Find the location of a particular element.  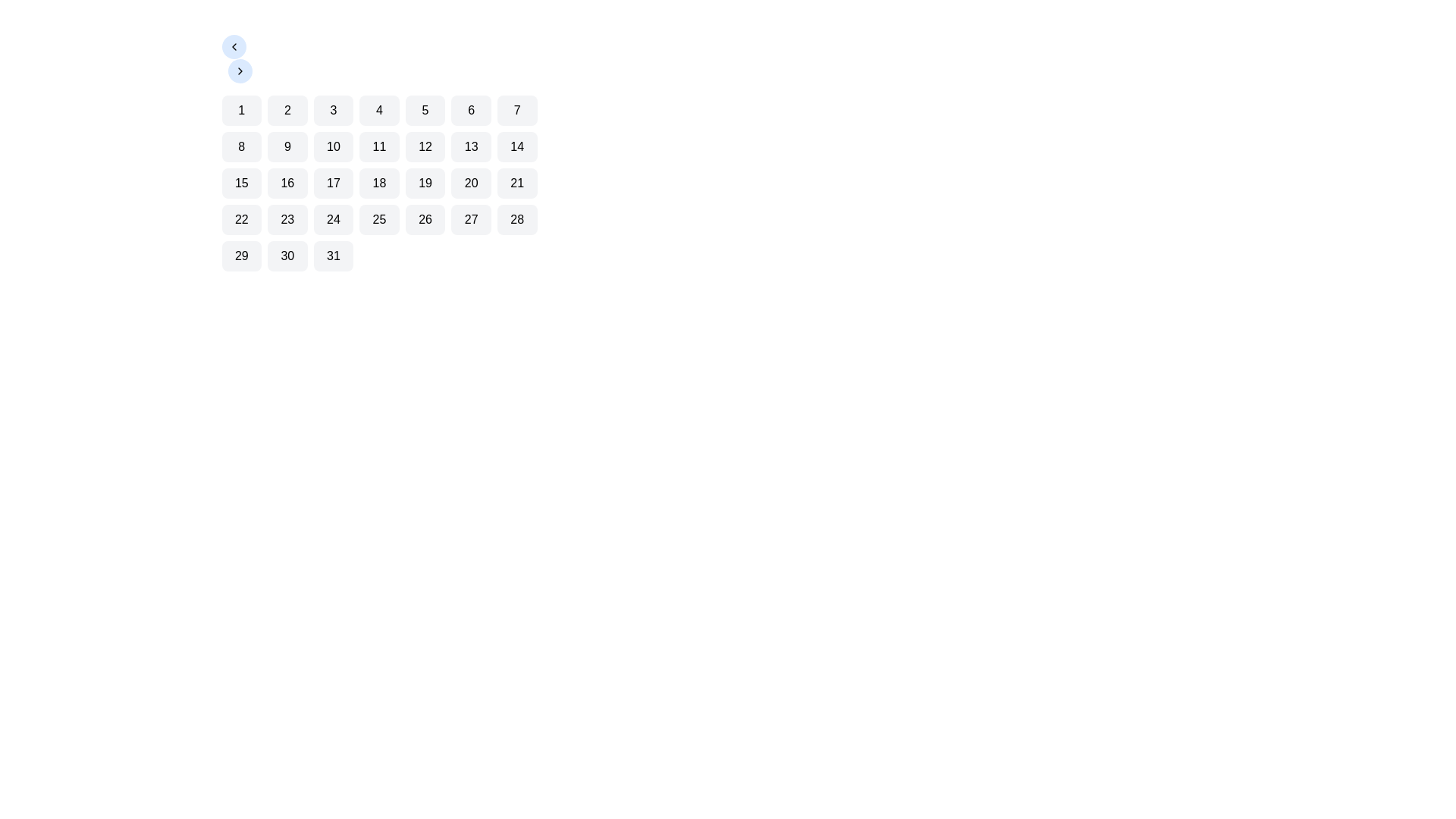

the rounded blue button with a rightward black chevron arrow, which is the second navigation button above the grid of numbered cells is located at coordinates (239, 71).